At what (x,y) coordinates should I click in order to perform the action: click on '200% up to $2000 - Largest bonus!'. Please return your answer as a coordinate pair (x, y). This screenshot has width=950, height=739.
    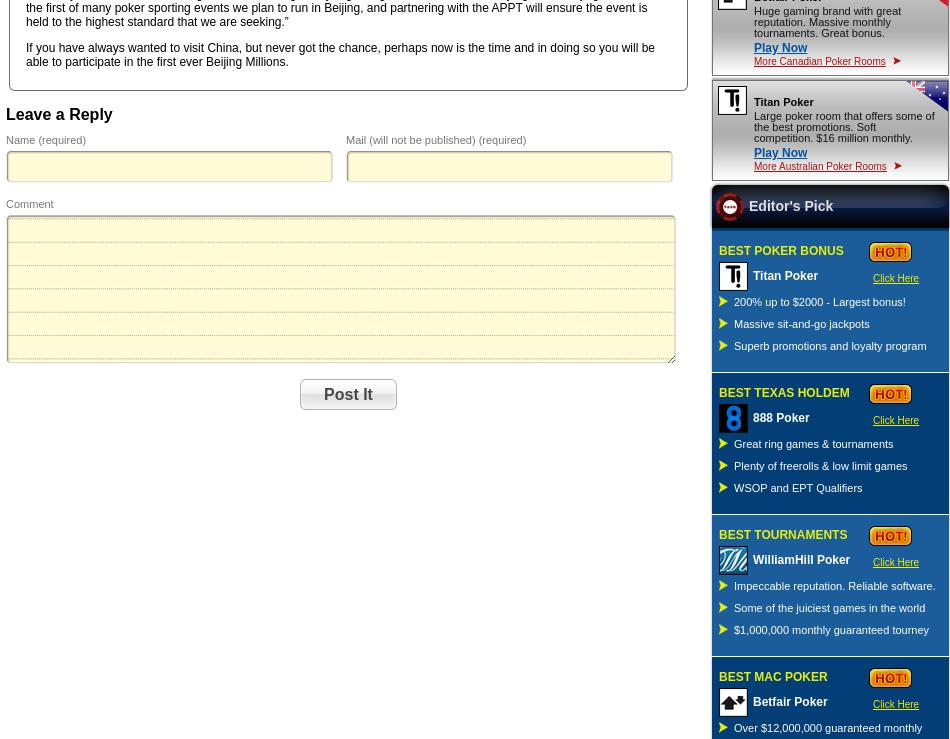
    Looking at the image, I should click on (818, 299).